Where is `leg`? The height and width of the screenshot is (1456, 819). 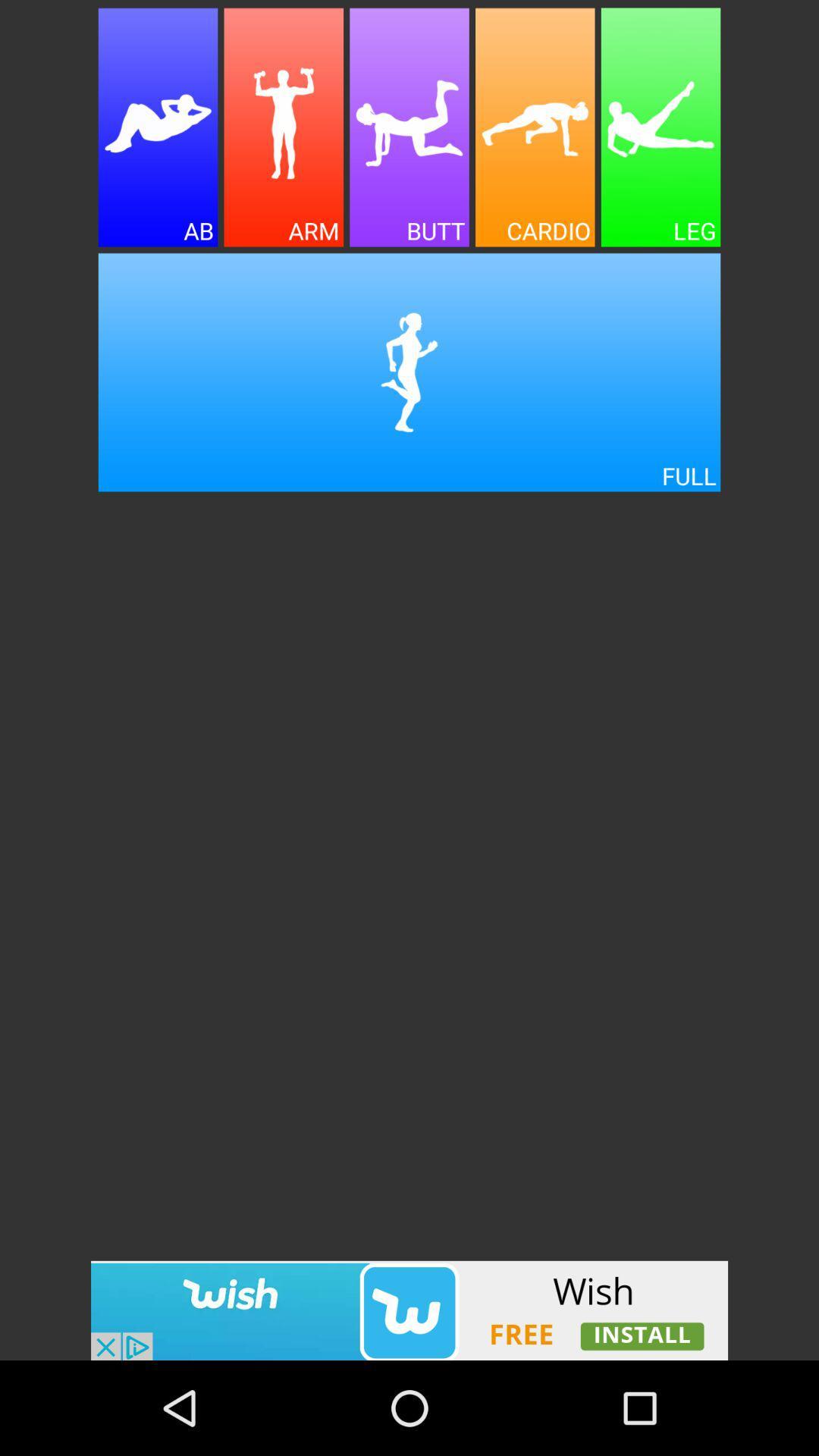 leg is located at coordinates (660, 127).